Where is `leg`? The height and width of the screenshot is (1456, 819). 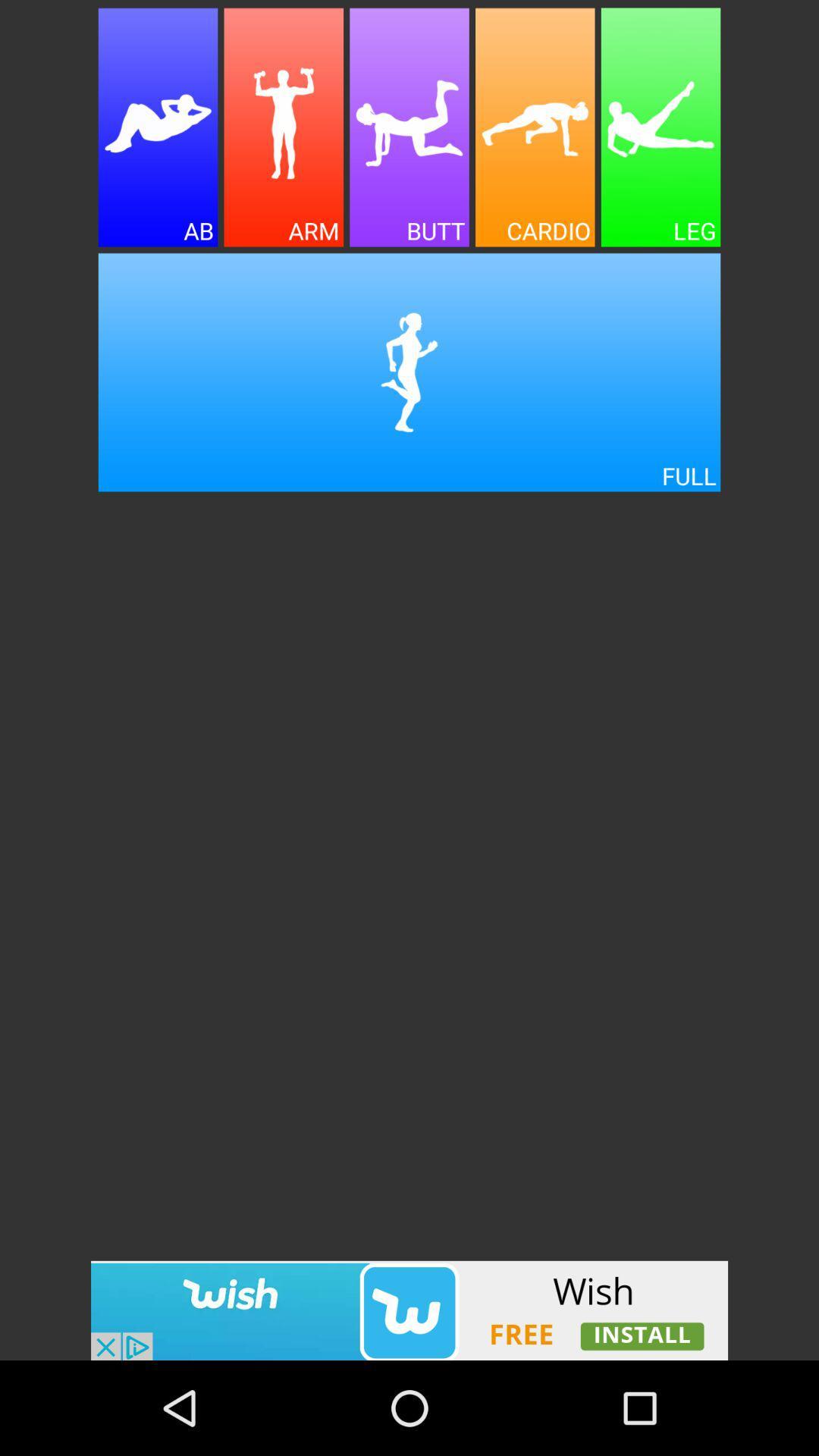 leg is located at coordinates (660, 127).